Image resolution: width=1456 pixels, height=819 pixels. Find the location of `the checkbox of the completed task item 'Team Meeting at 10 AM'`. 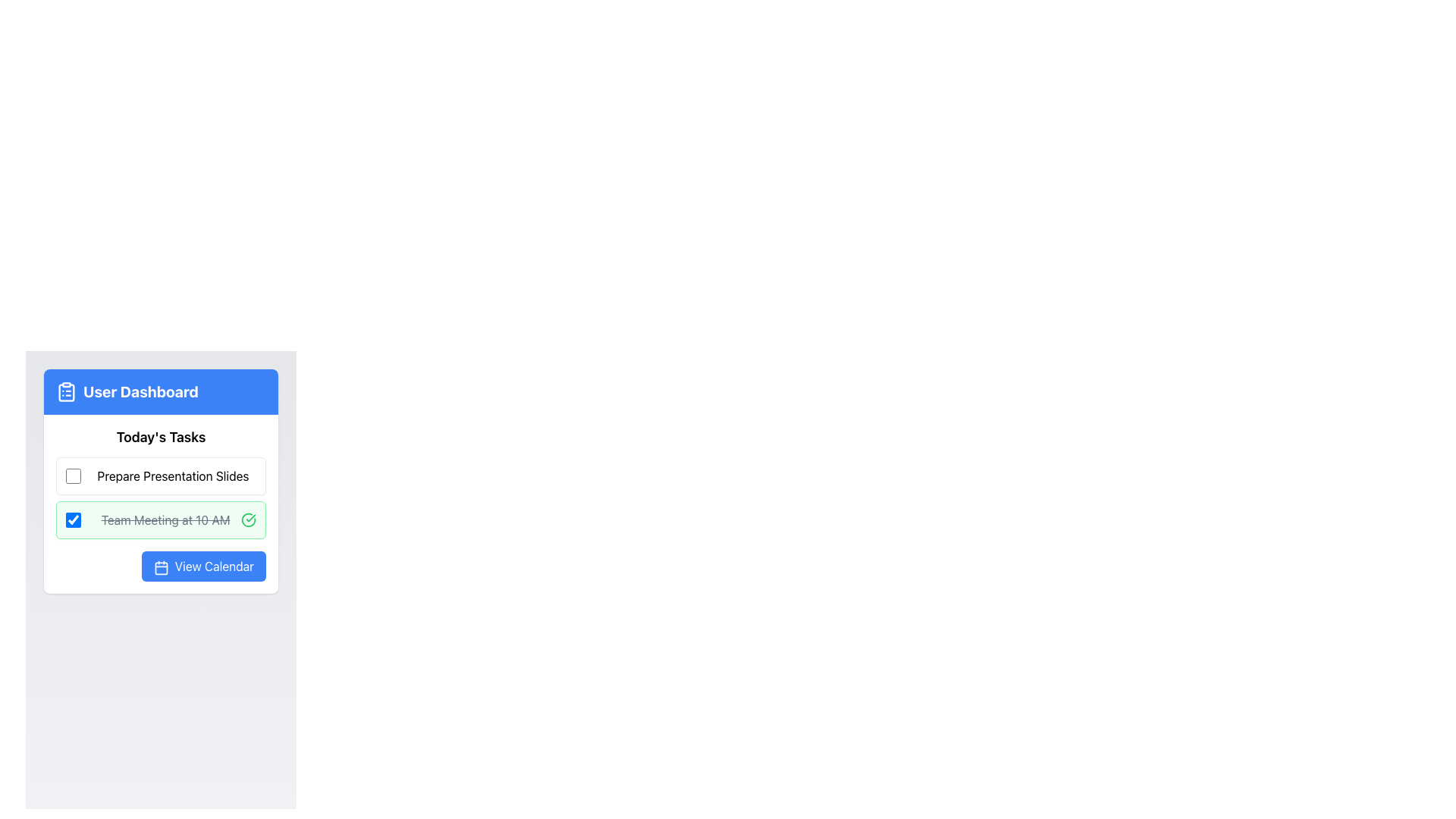

the checkbox of the completed task item 'Team Meeting at 10 AM' is located at coordinates (161, 519).